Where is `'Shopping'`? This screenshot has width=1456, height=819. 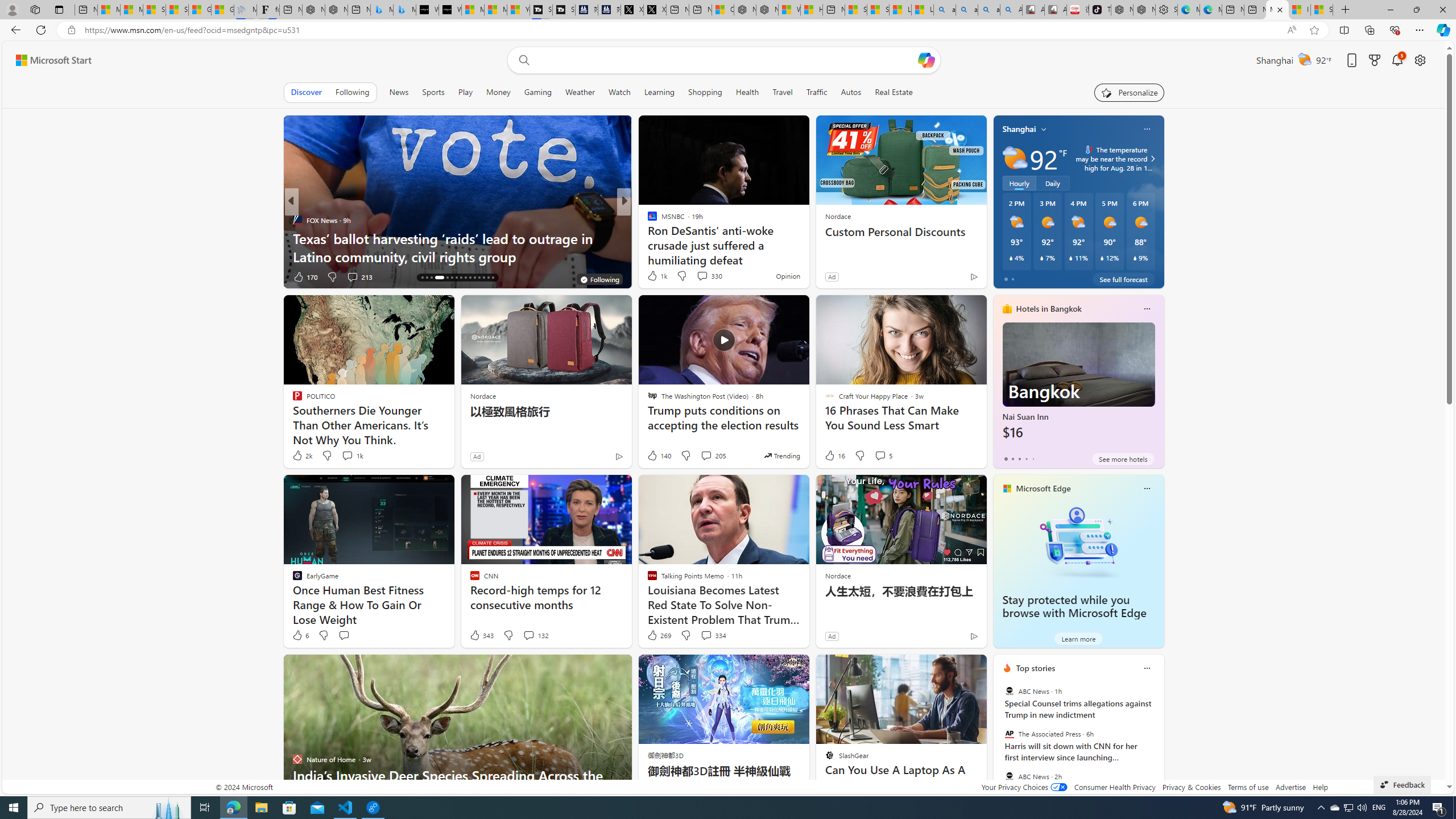 'Shopping' is located at coordinates (705, 92).